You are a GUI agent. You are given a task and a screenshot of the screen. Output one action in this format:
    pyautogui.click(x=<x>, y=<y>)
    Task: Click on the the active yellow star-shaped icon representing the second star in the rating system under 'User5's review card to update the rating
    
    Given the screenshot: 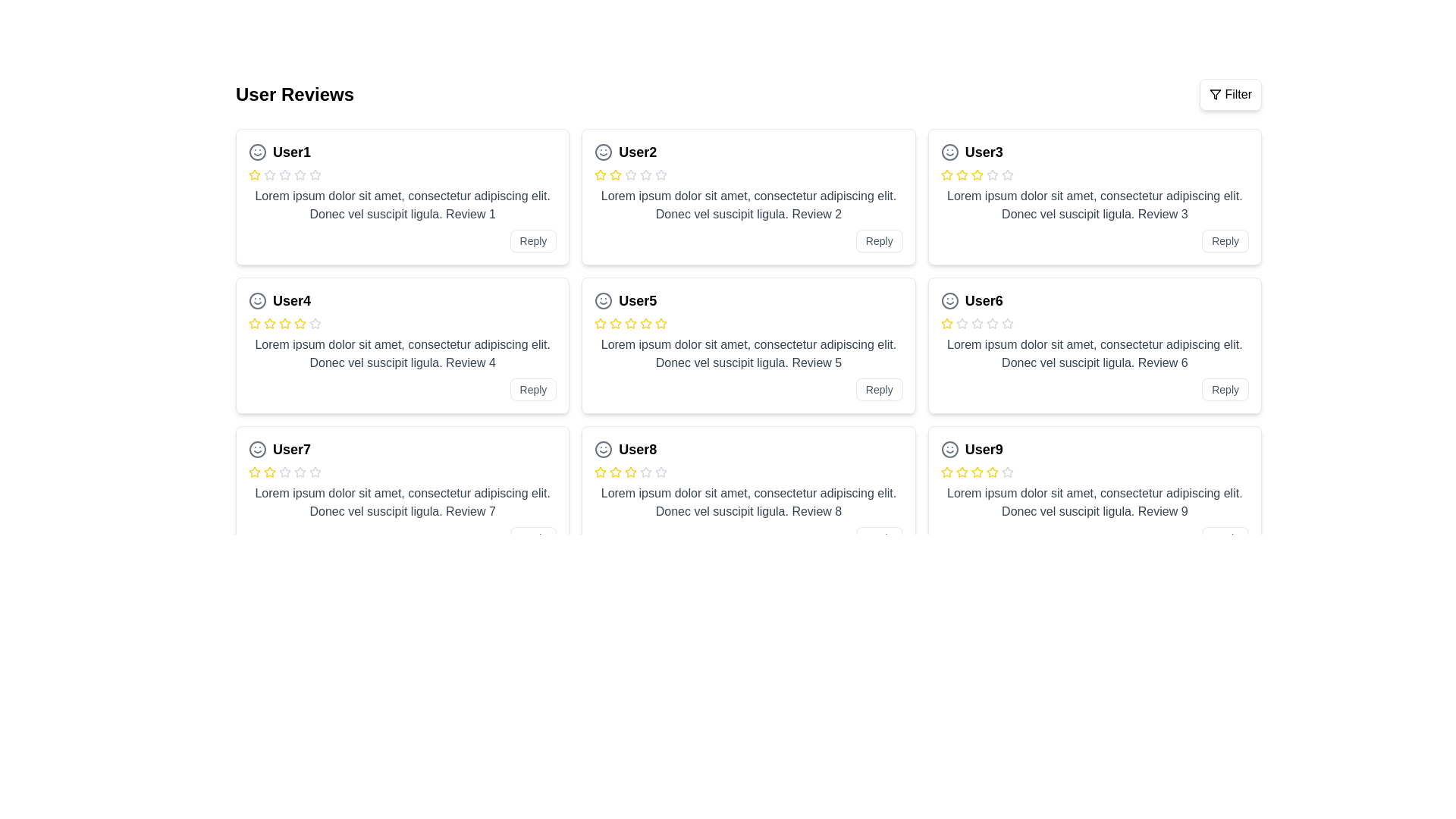 What is the action you would take?
    pyautogui.click(x=600, y=322)
    